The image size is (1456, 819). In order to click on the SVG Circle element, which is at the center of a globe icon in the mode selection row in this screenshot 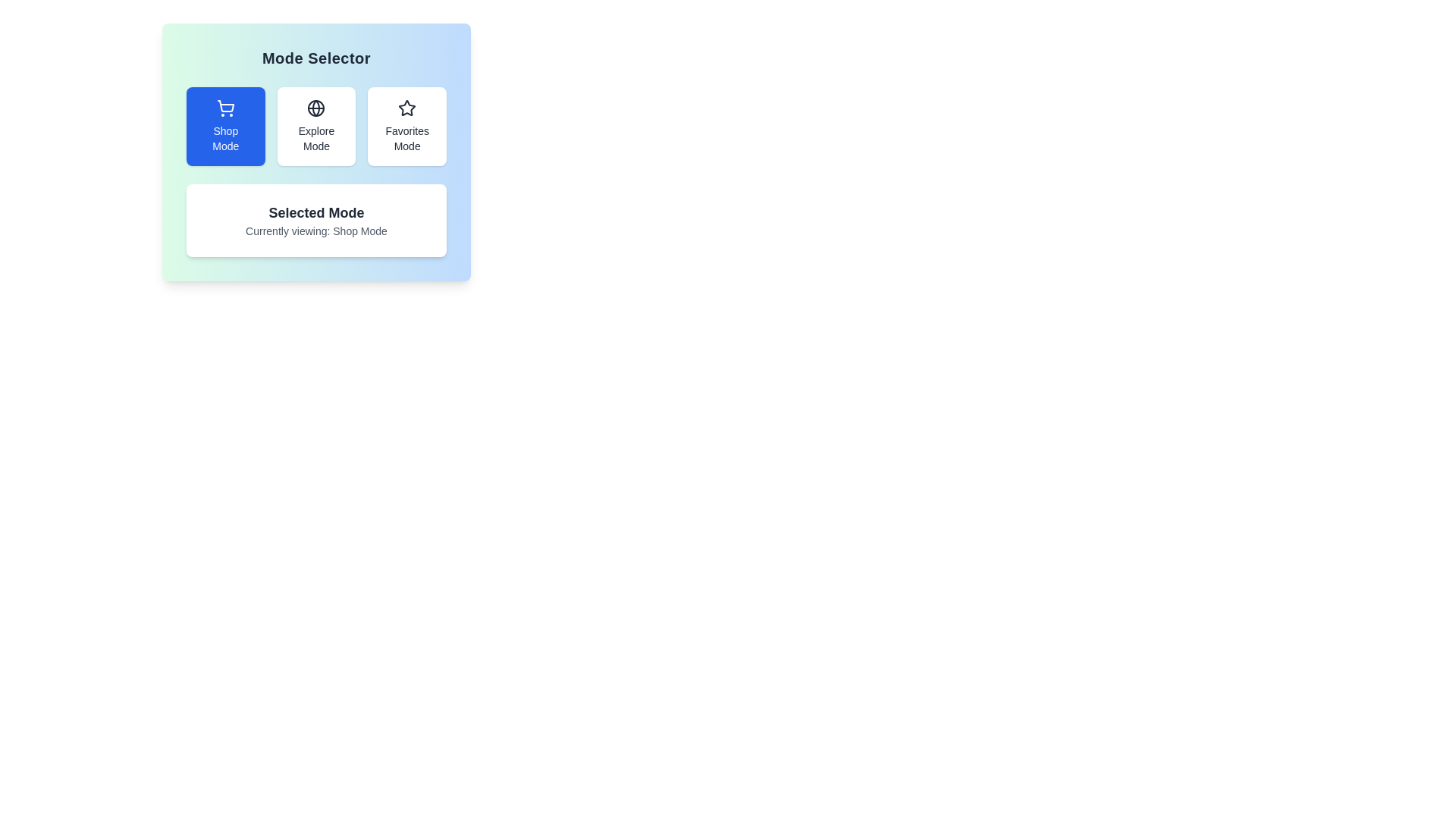, I will do `click(315, 107)`.